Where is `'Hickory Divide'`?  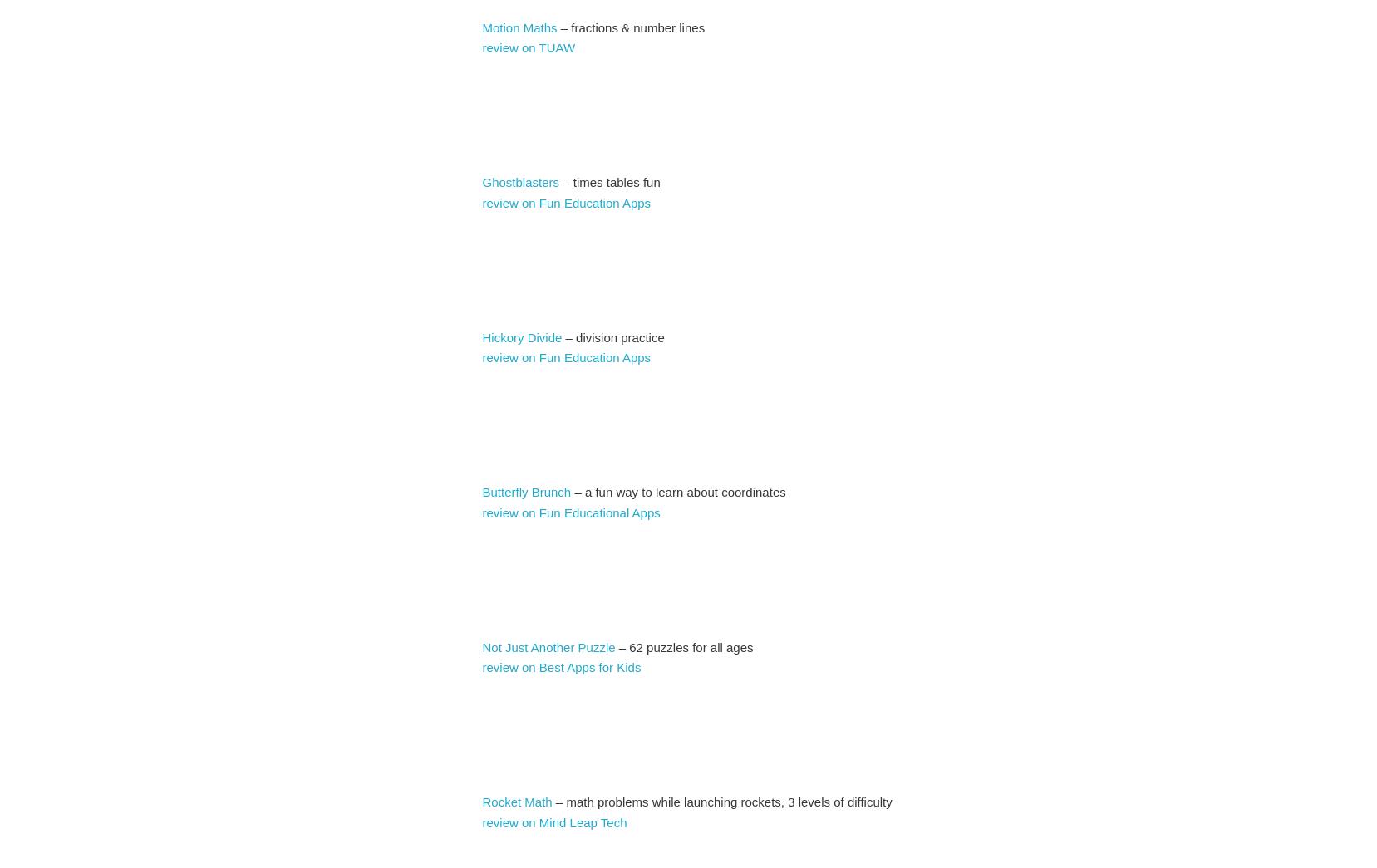
'Hickory Divide' is located at coordinates (481, 336).